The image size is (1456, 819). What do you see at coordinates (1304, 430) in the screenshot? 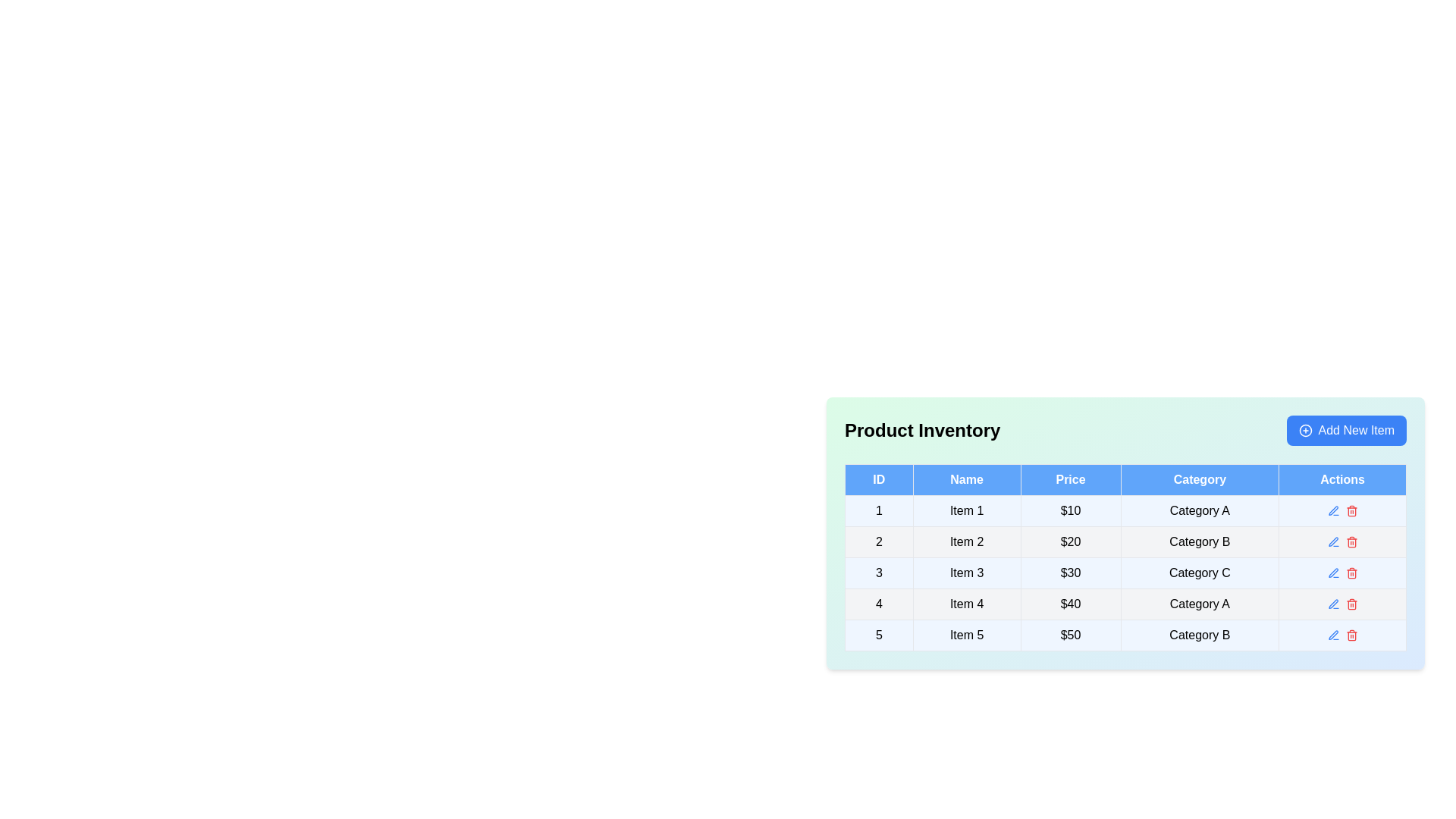
I see `the circular outline shape that indicates the 'Add New Item' functionality, located at the top-right corner of the interface next to the inventory table's header` at bounding box center [1304, 430].